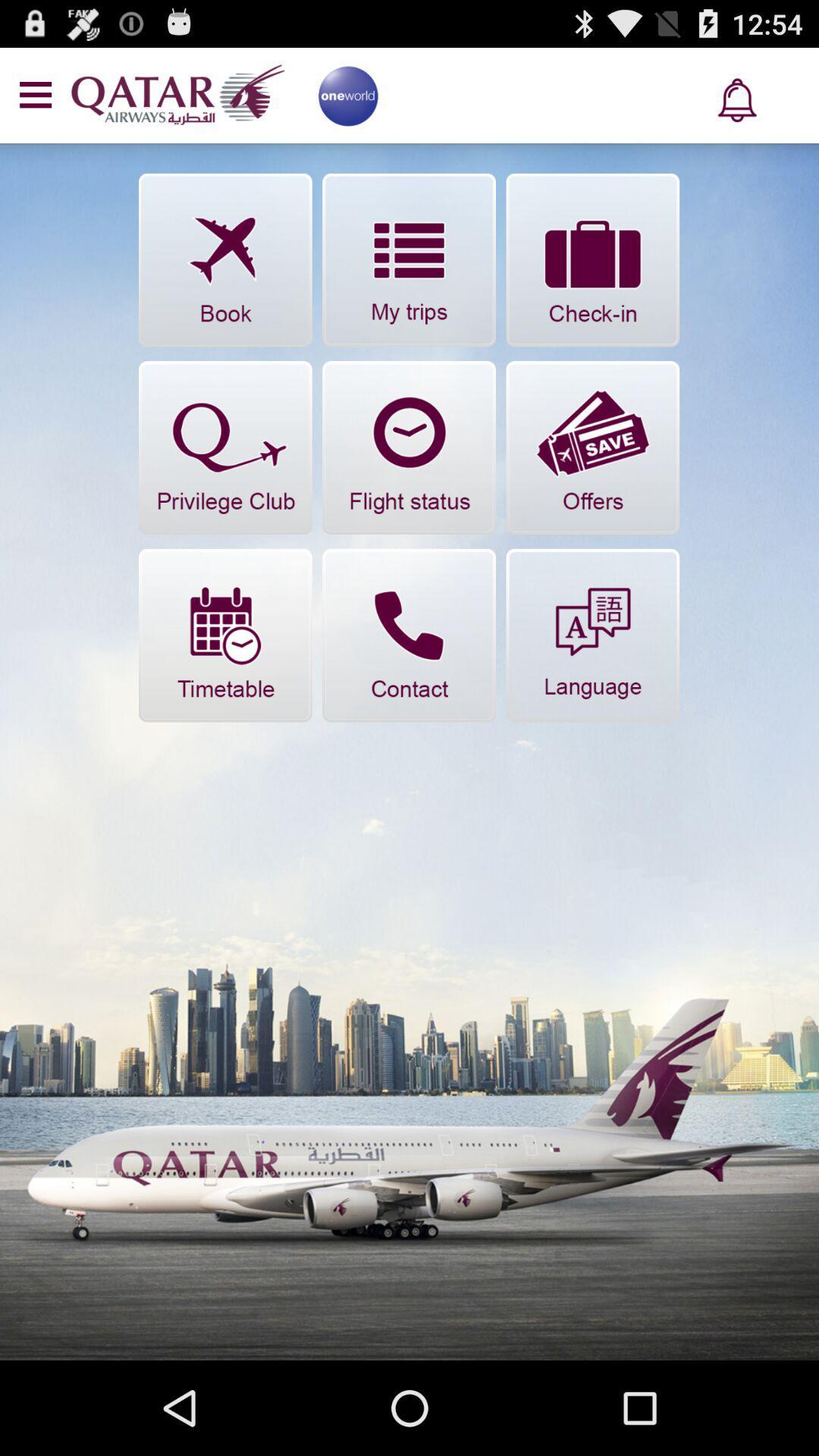  Describe the element at coordinates (591, 635) in the screenshot. I see `language` at that location.